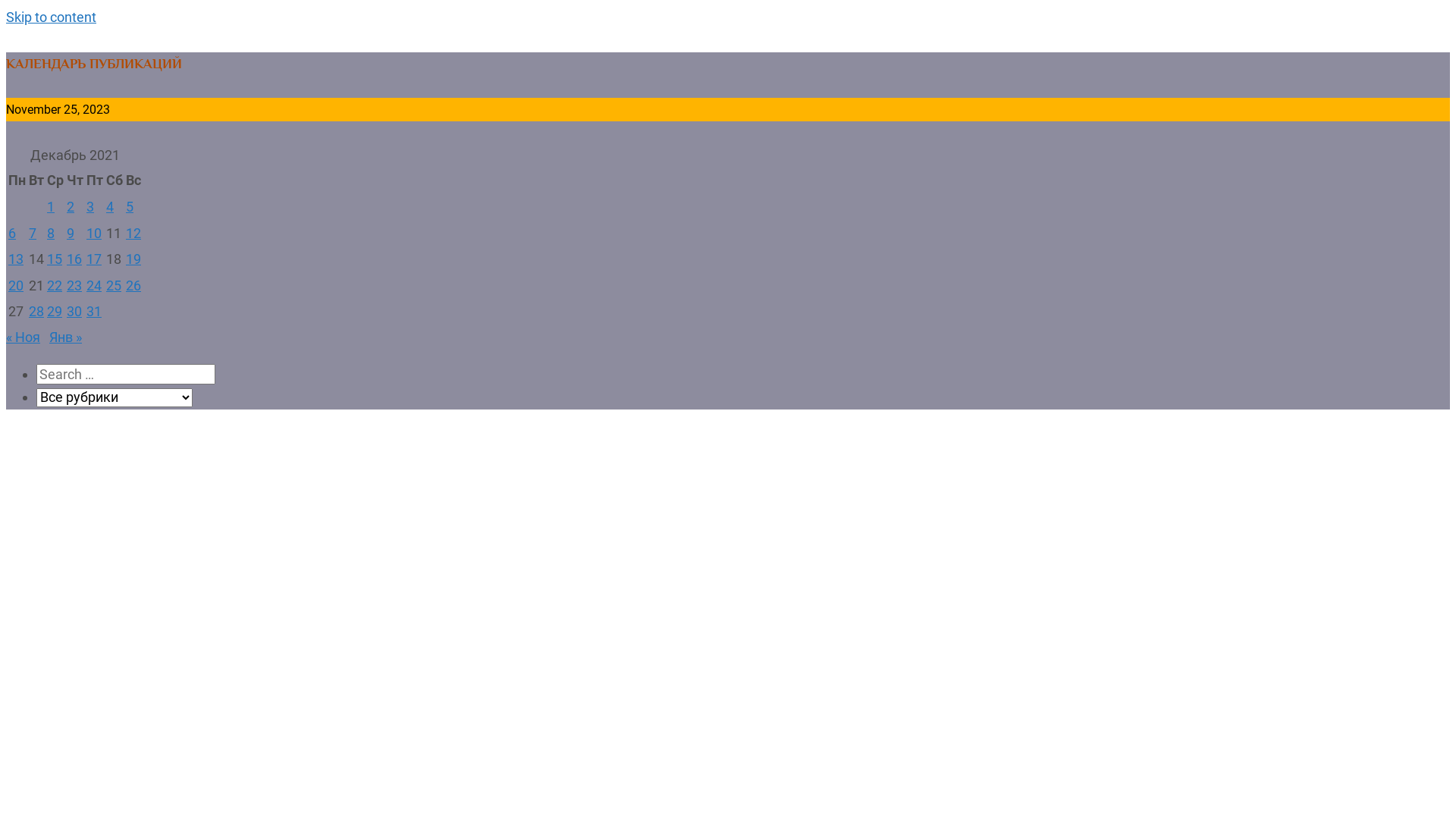  What do you see at coordinates (126, 258) in the screenshot?
I see `'19'` at bounding box center [126, 258].